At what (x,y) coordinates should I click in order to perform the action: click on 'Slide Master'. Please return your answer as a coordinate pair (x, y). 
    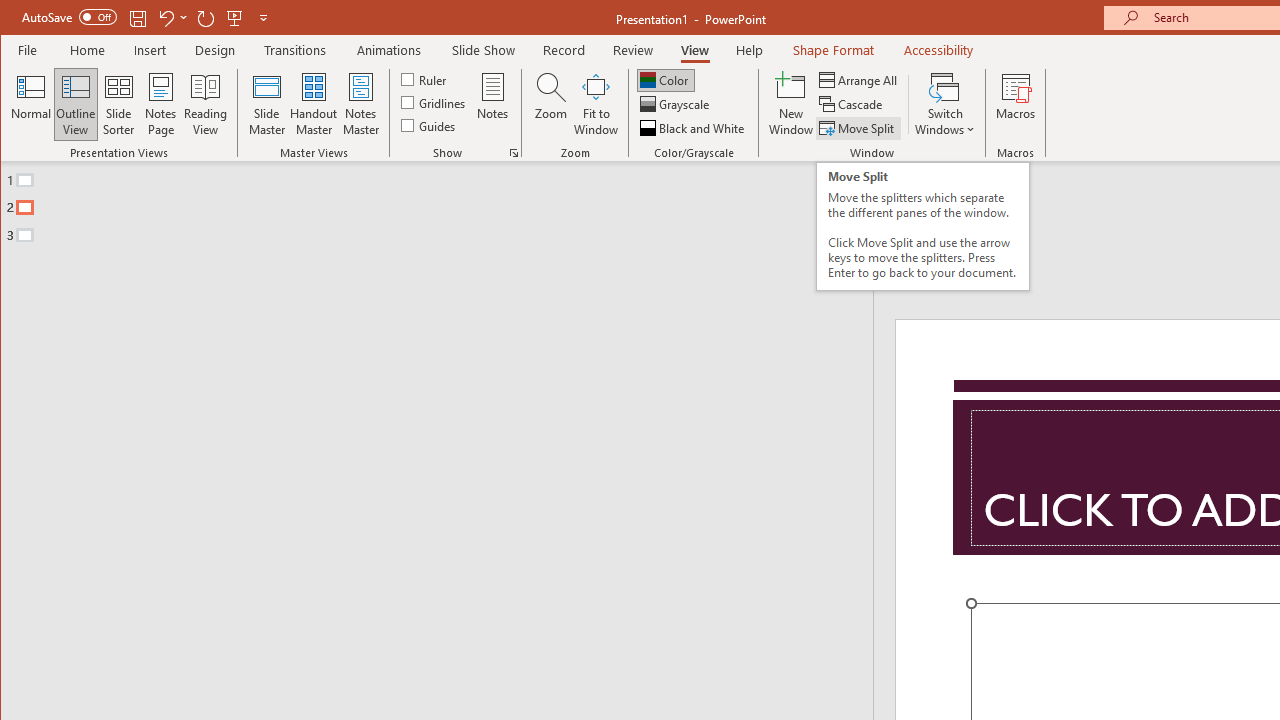
    Looking at the image, I should click on (265, 104).